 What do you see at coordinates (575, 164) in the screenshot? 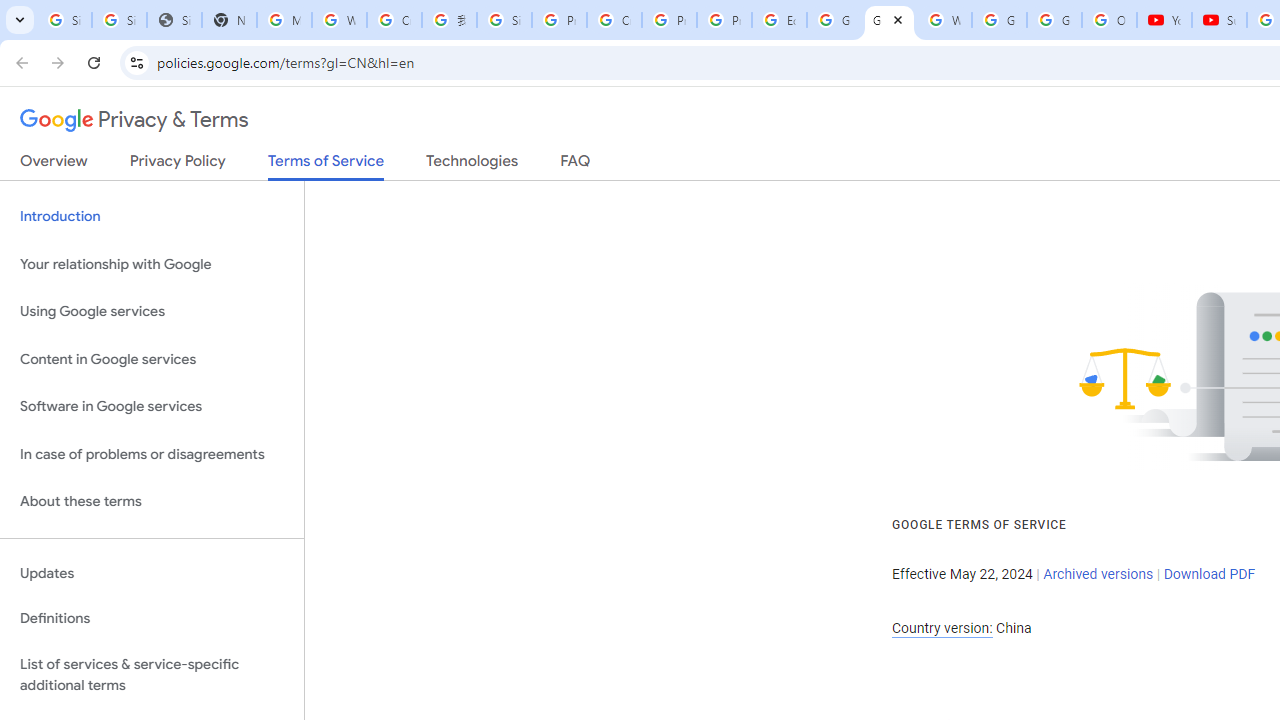
I see `'FAQ'` at bounding box center [575, 164].